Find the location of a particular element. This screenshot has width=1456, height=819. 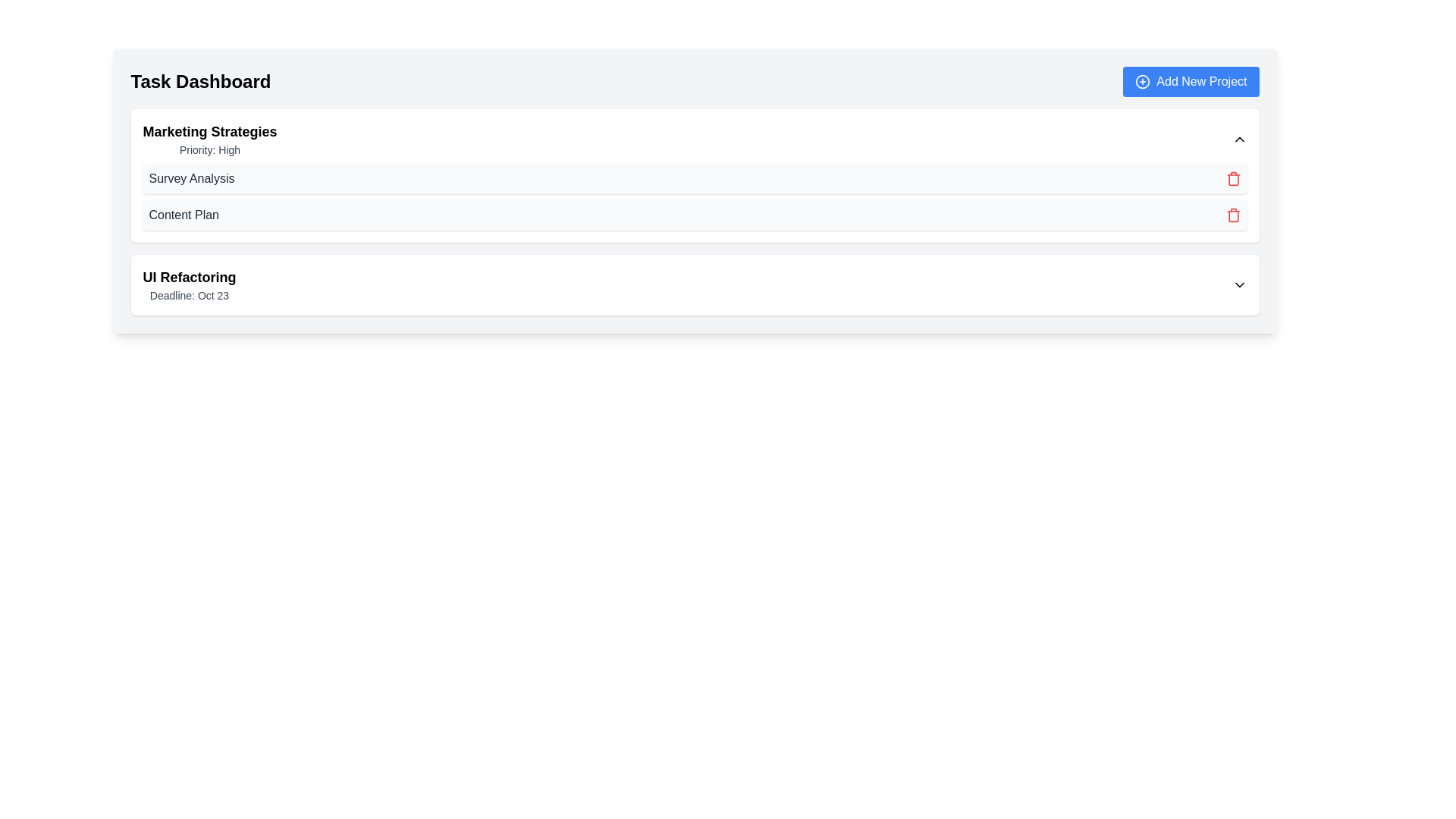

the 'UI Refactoring' card at the bottom of the stack is located at coordinates (694, 284).